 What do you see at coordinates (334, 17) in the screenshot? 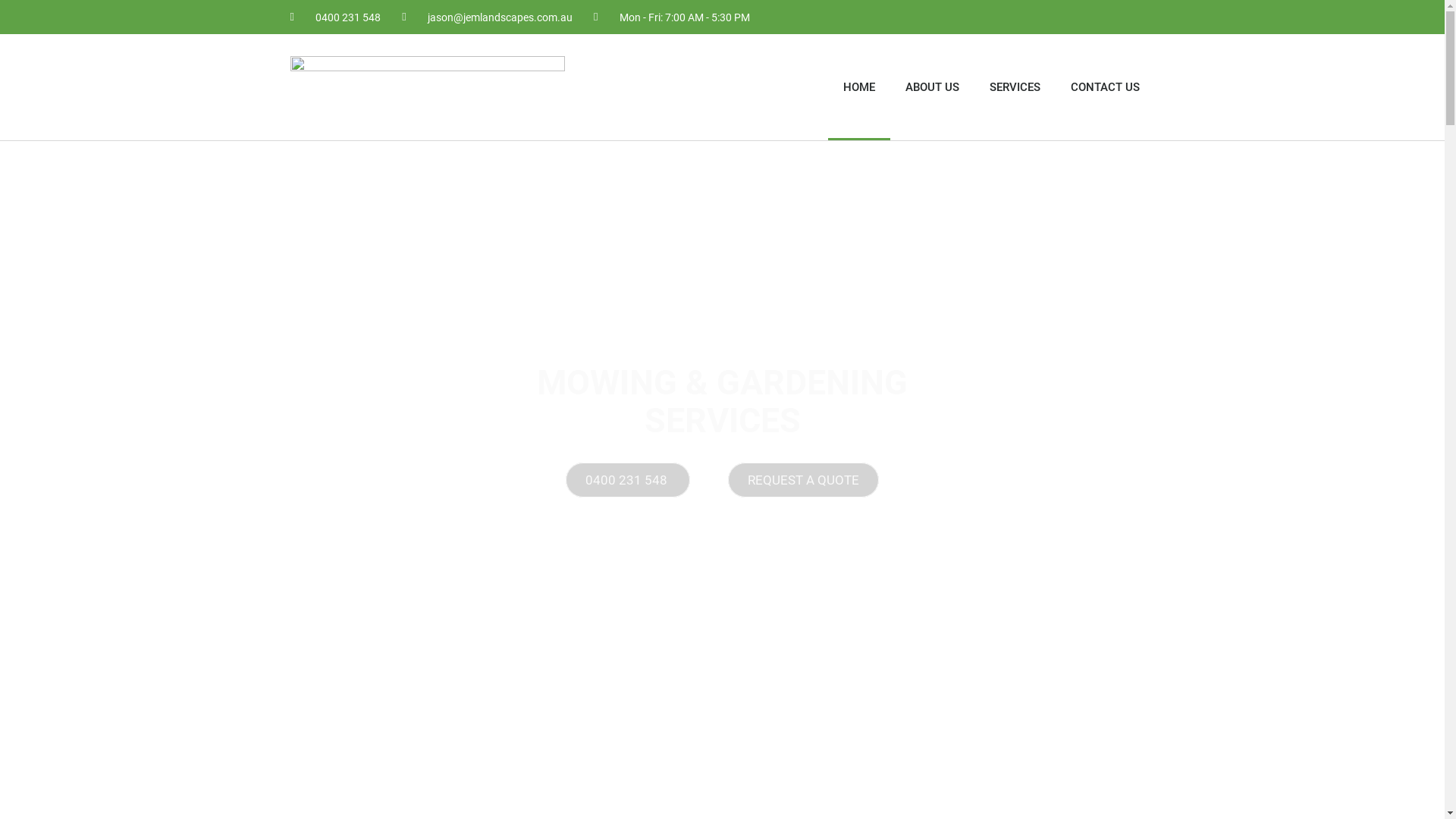
I see `'0400 231 548'` at bounding box center [334, 17].